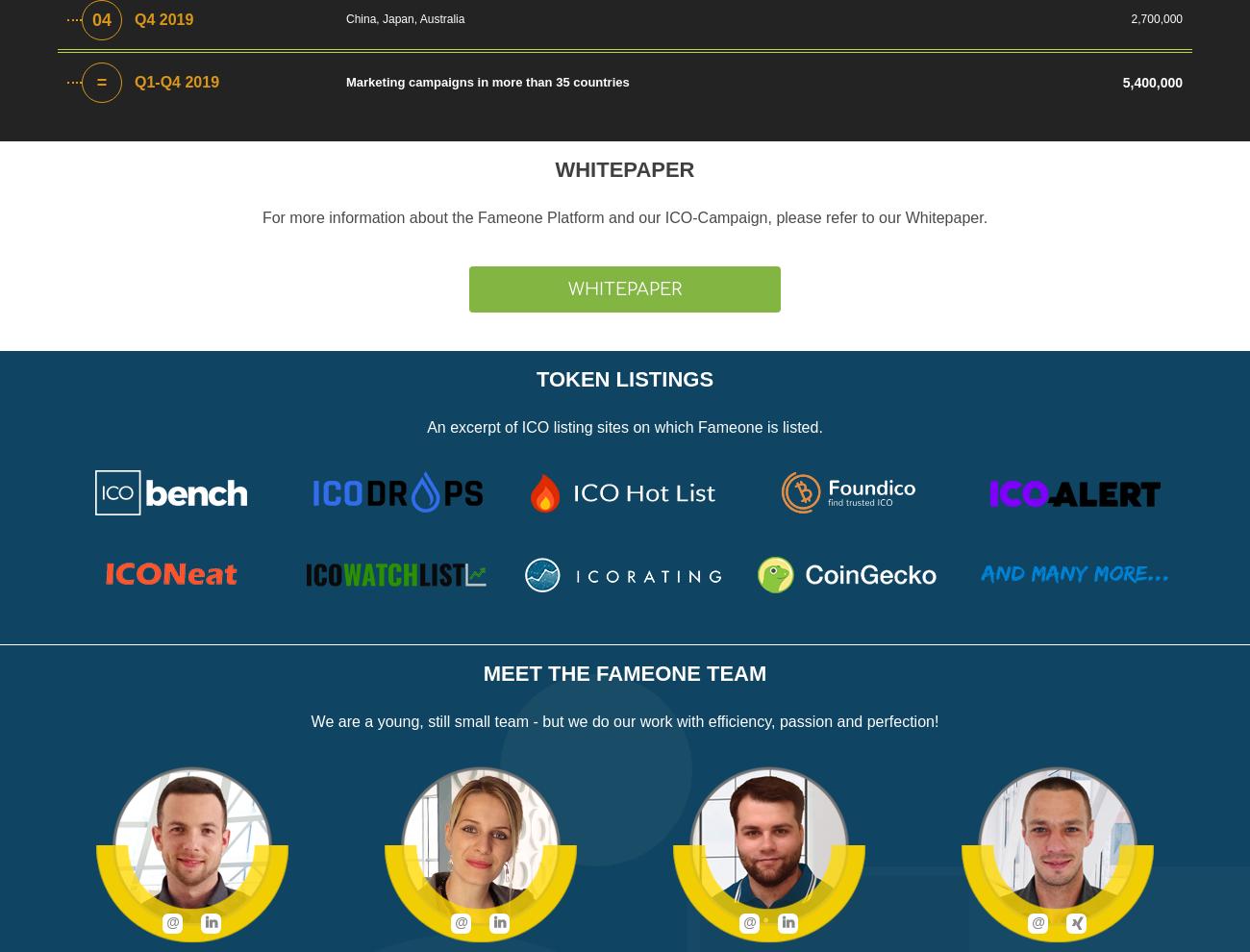 The width and height of the screenshot is (1250, 952). I want to click on '04', so click(101, 18).